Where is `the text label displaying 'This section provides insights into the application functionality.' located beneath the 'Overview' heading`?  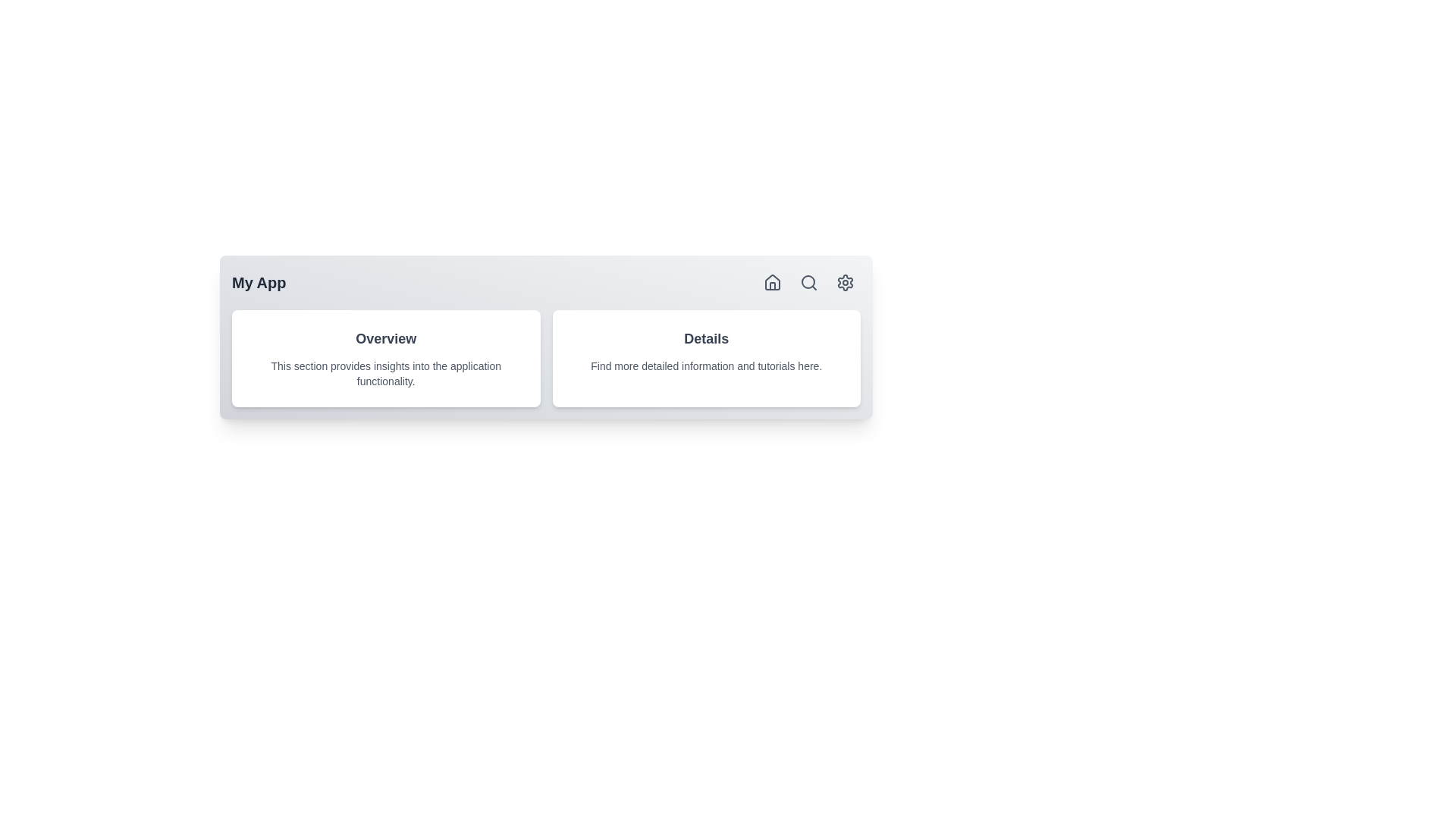 the text label displaying 'This section provides insights into the application functionality.' located beneath the 'Overview' heading is located at coordinates (386, 374).